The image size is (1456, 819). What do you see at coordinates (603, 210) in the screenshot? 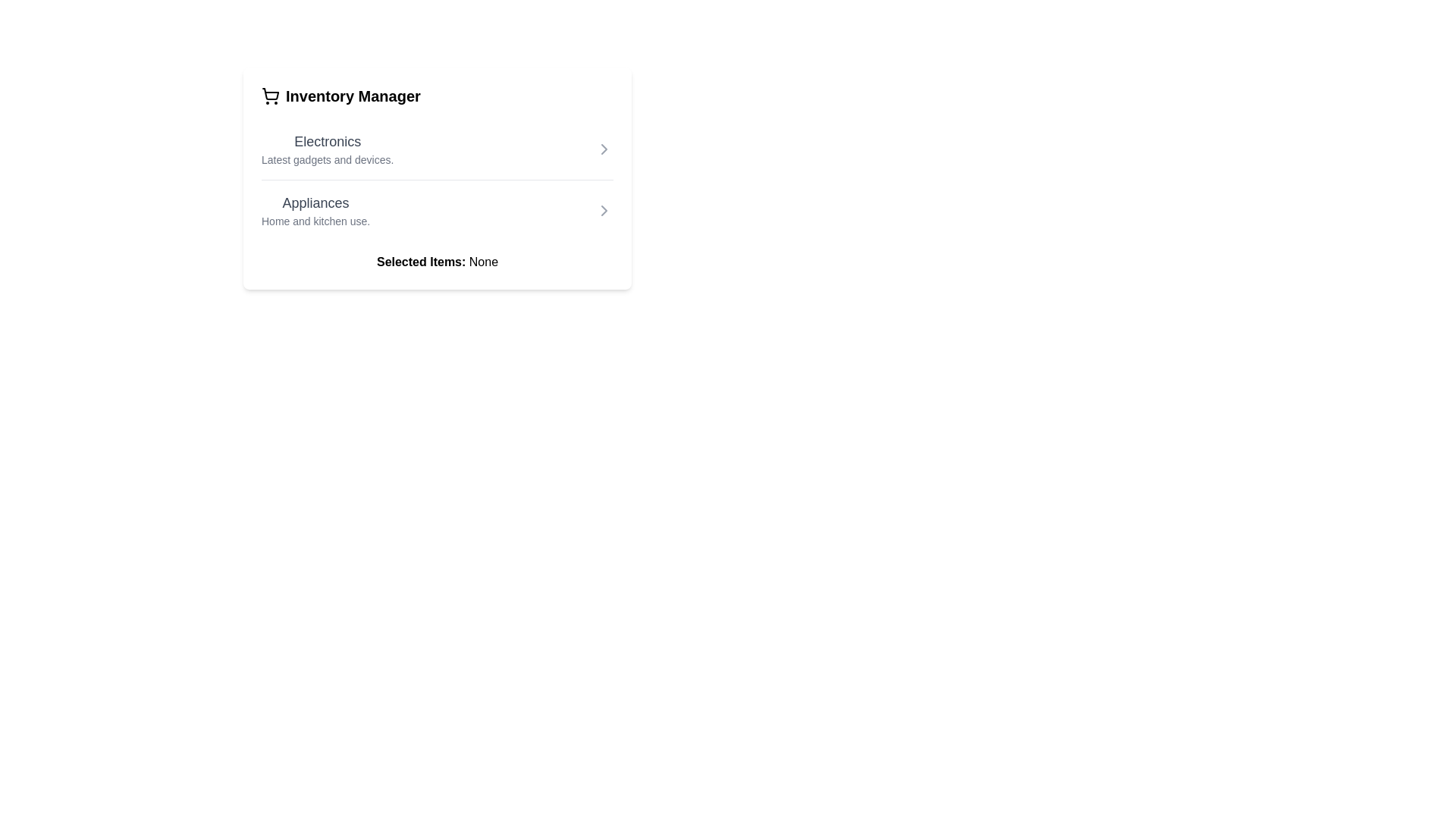
I see `the Chevron icon indicating the 'Appliances' category located at the far right of the second row` at bounding box center [603, 210].